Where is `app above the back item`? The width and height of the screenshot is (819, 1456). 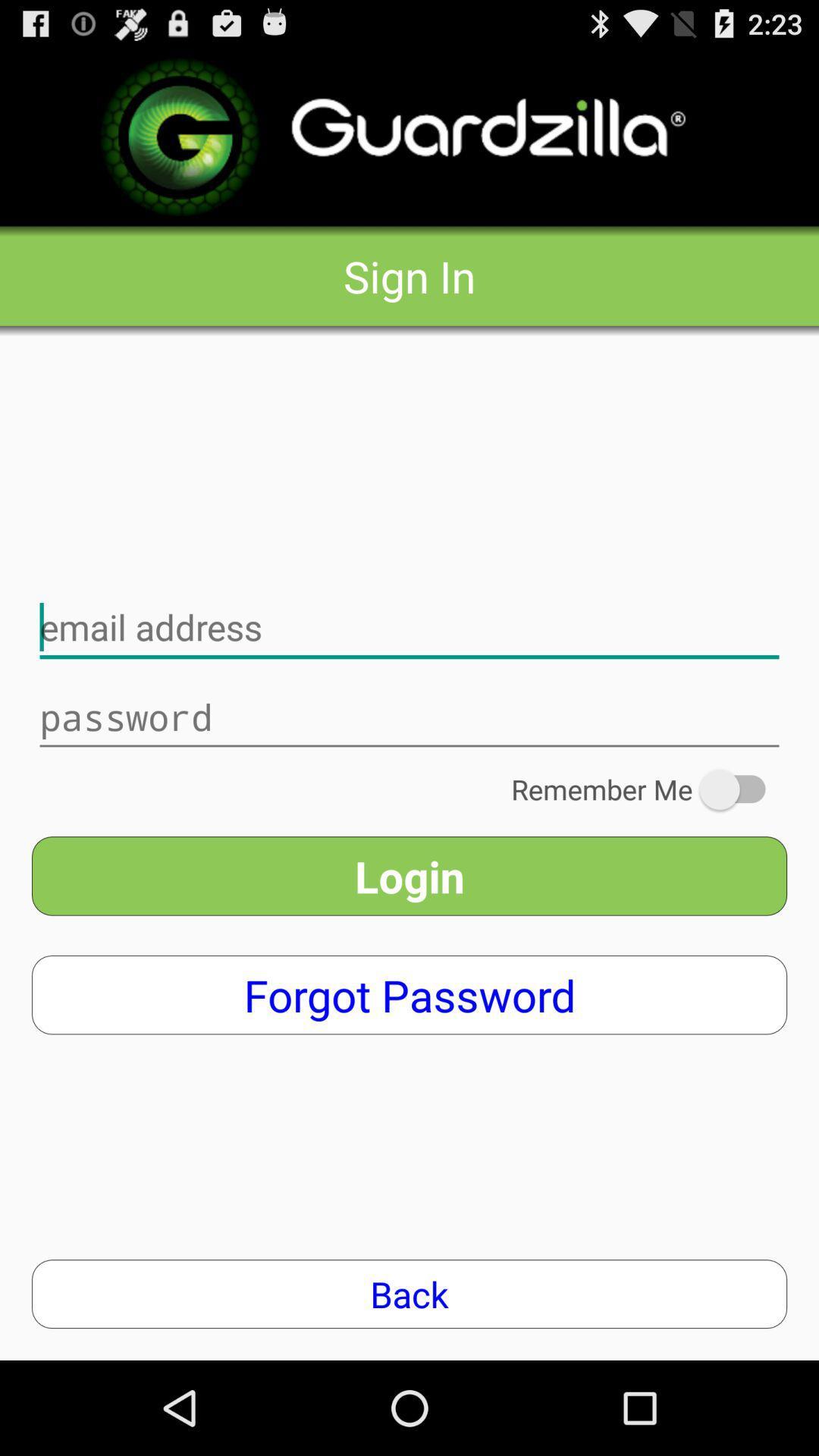 app above the back item is located at coordinates (409, 995).